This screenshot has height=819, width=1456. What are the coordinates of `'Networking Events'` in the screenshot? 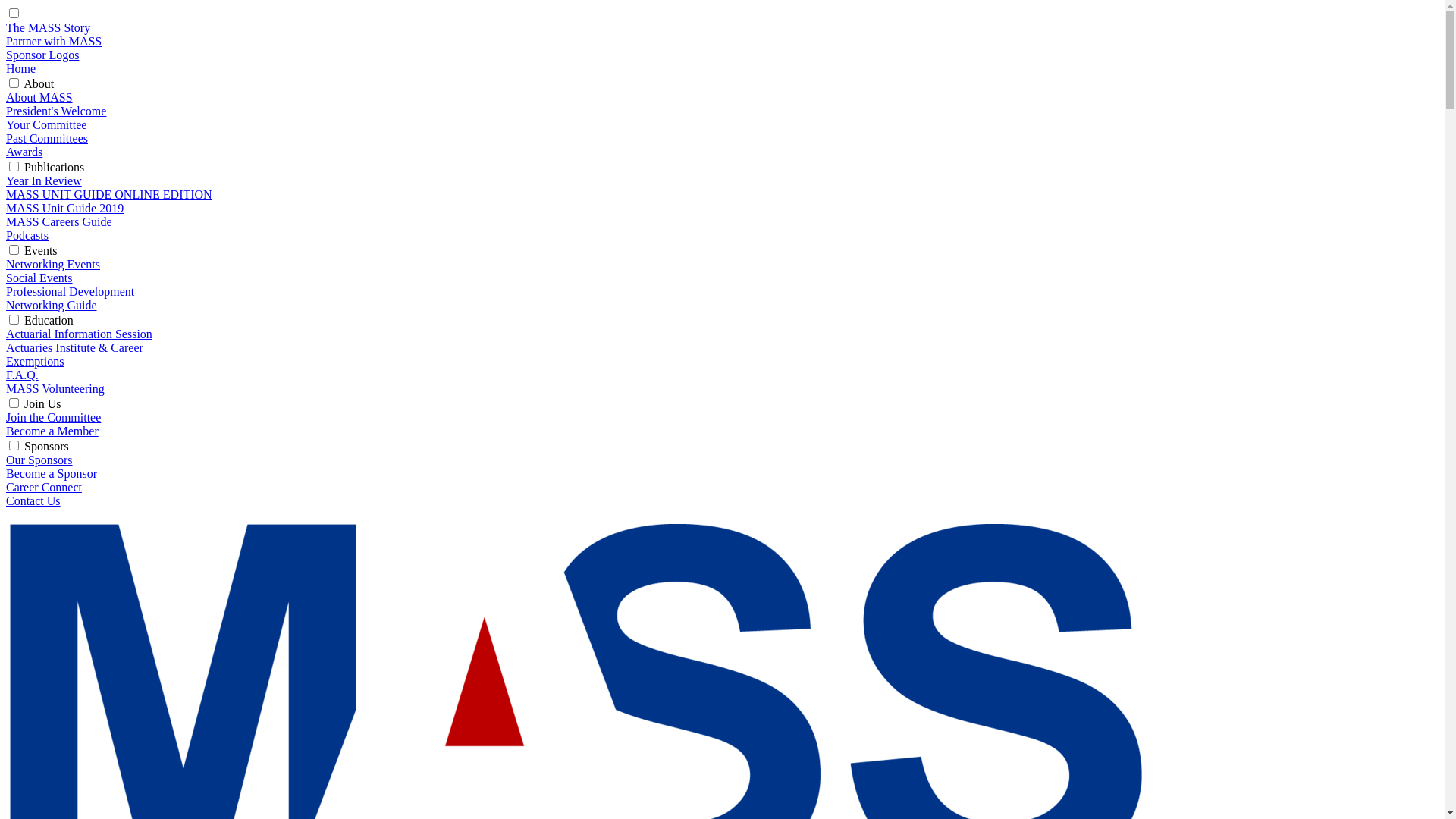 It's located at (53, 263).